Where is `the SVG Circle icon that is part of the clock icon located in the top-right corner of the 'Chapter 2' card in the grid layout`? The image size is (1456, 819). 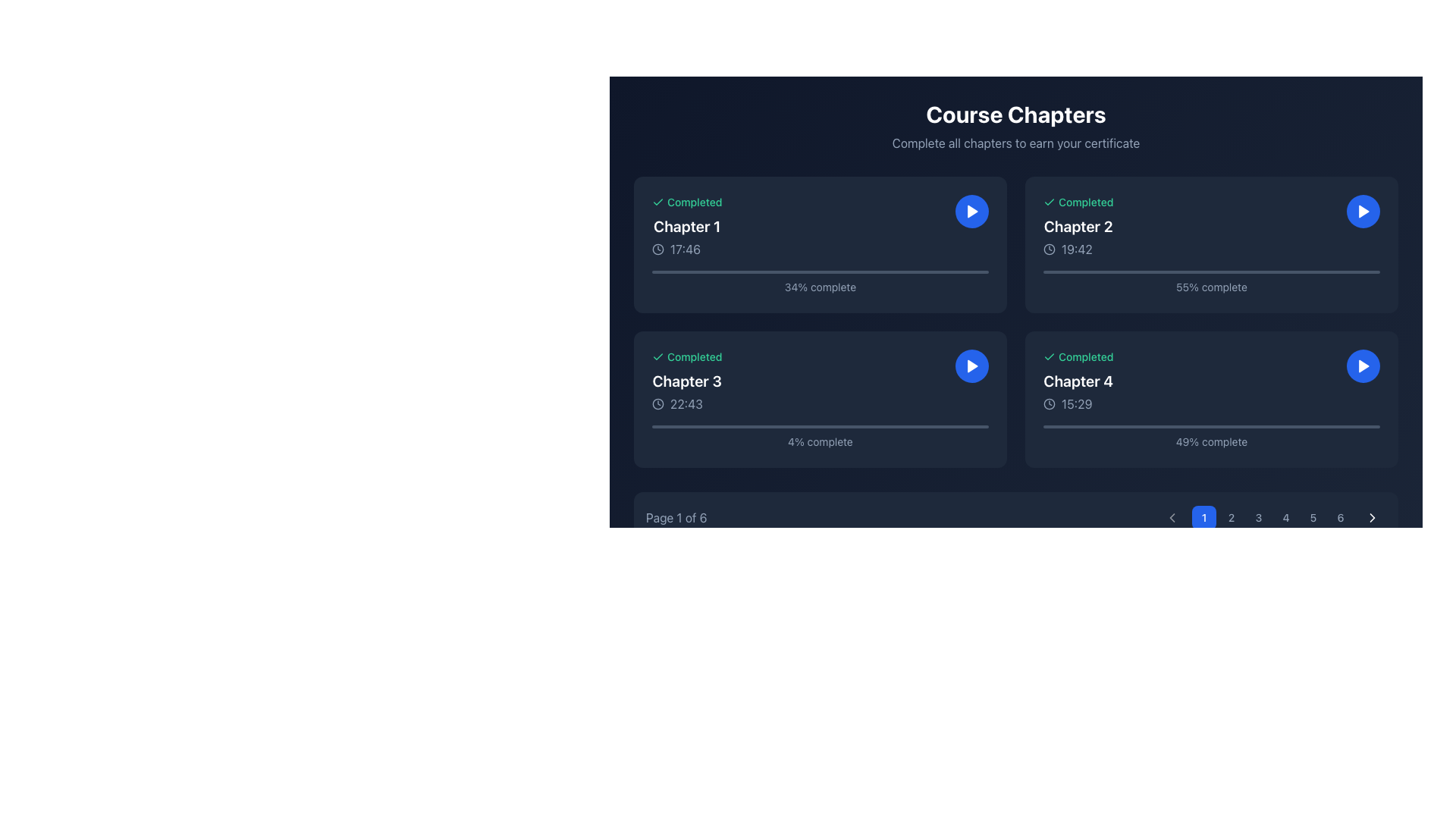 the SVG Circle icon that is part of the clock icon located in the top-right corner of the 'Chapter 2' card in the grid layout is located at coordinates (1048, 248).